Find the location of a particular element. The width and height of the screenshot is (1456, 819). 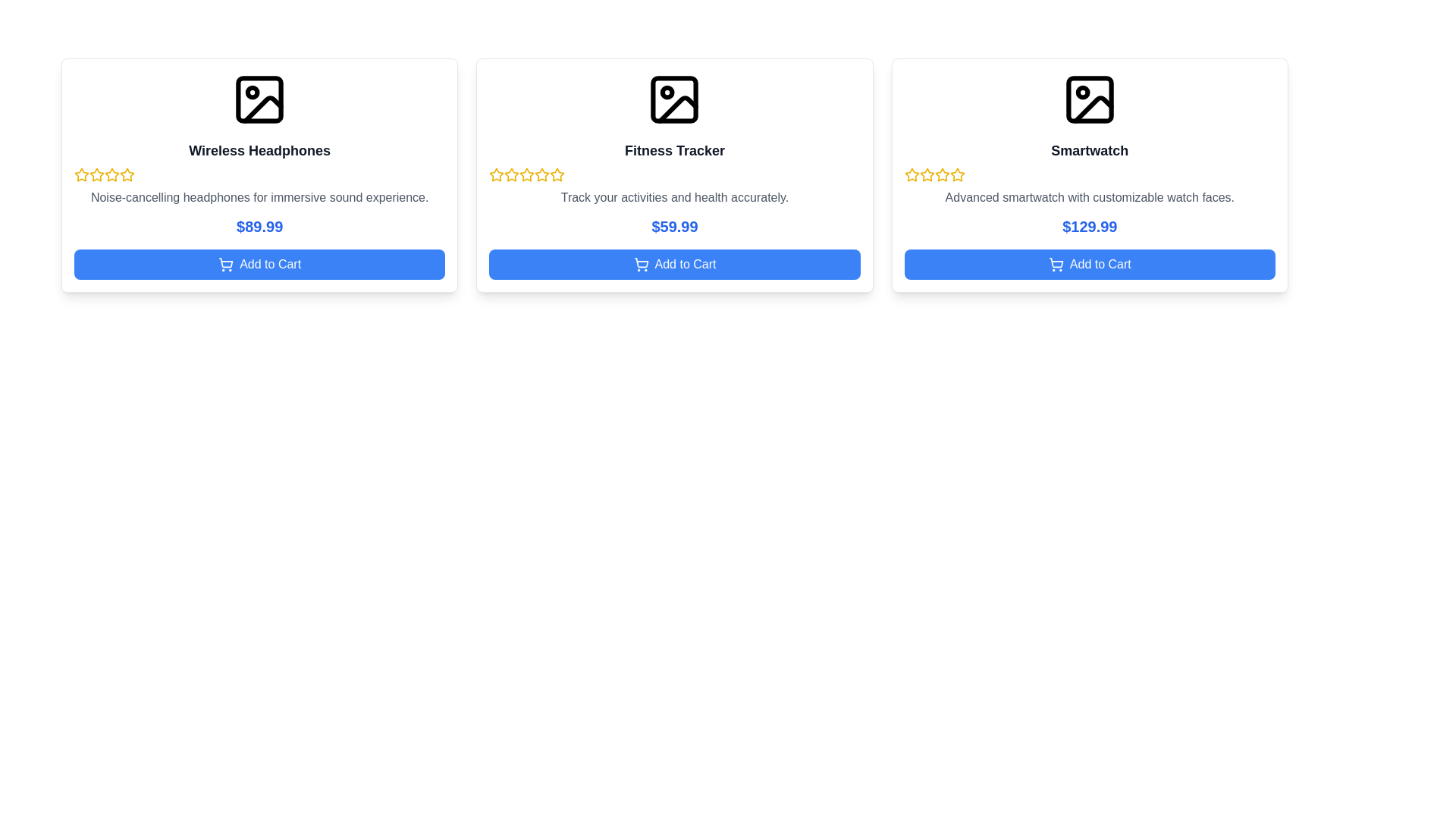

the yellow star element representing the rating for the 'Smartwatch' item is located at coordinates (926, 174).